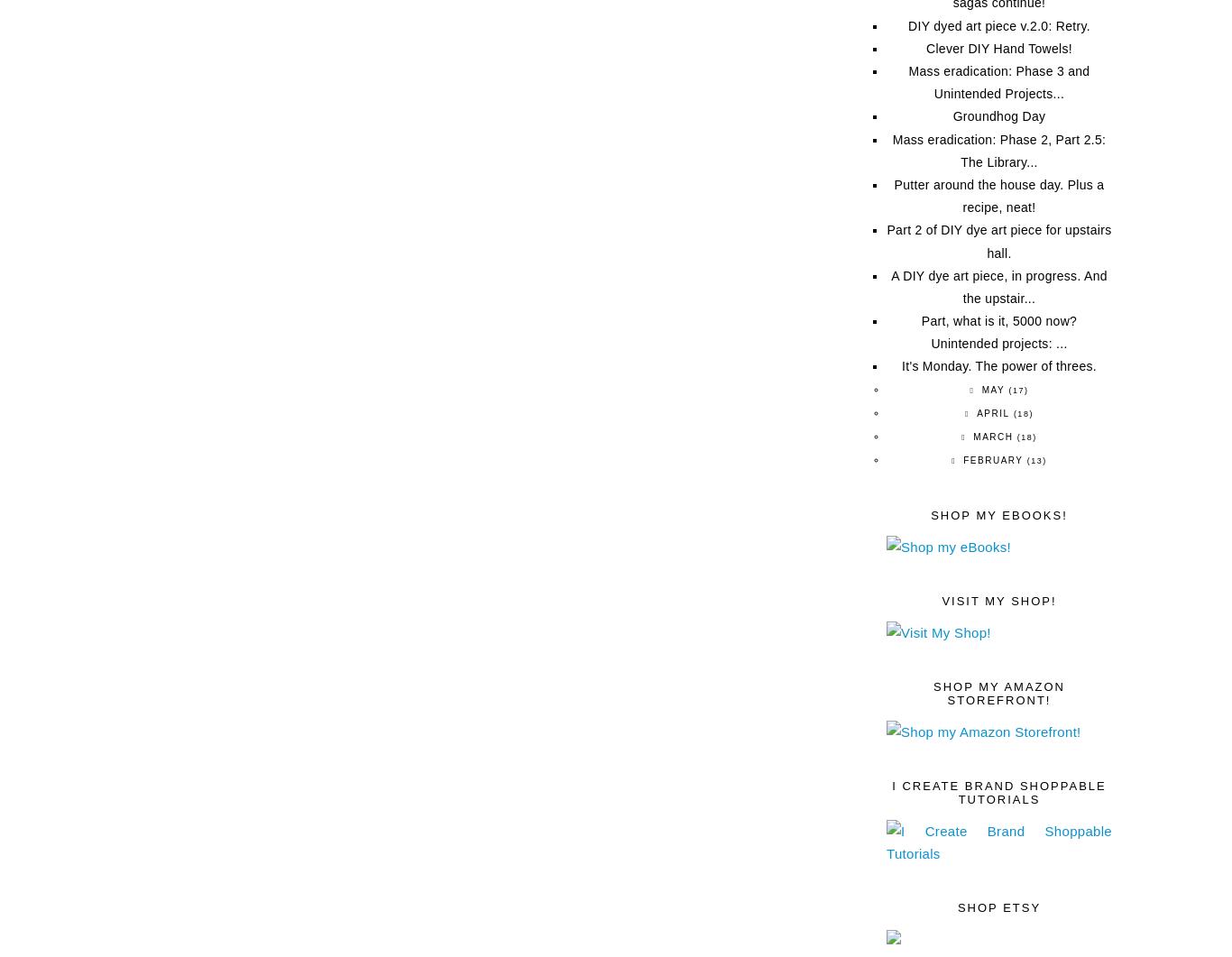  What do you see at coordinates (920, 332) in the screenshot?
I see `'Part, what is it, 5000 now?  Unintended projects: ...'` at bounding box center [920, 332].